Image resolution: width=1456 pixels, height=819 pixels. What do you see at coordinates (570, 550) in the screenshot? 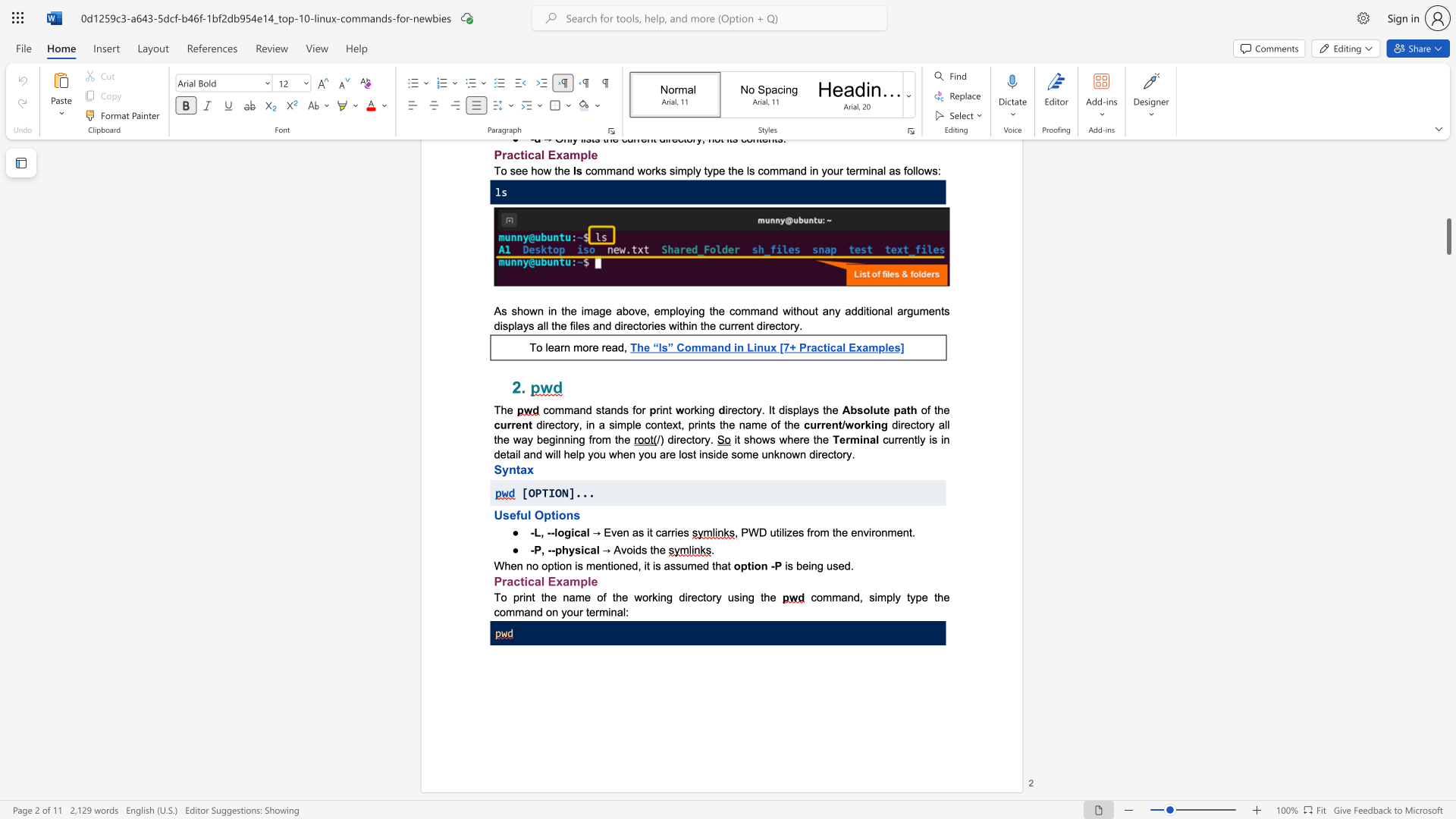
I see `the 1th character "y" in the text` at bounding box center [570, 550].